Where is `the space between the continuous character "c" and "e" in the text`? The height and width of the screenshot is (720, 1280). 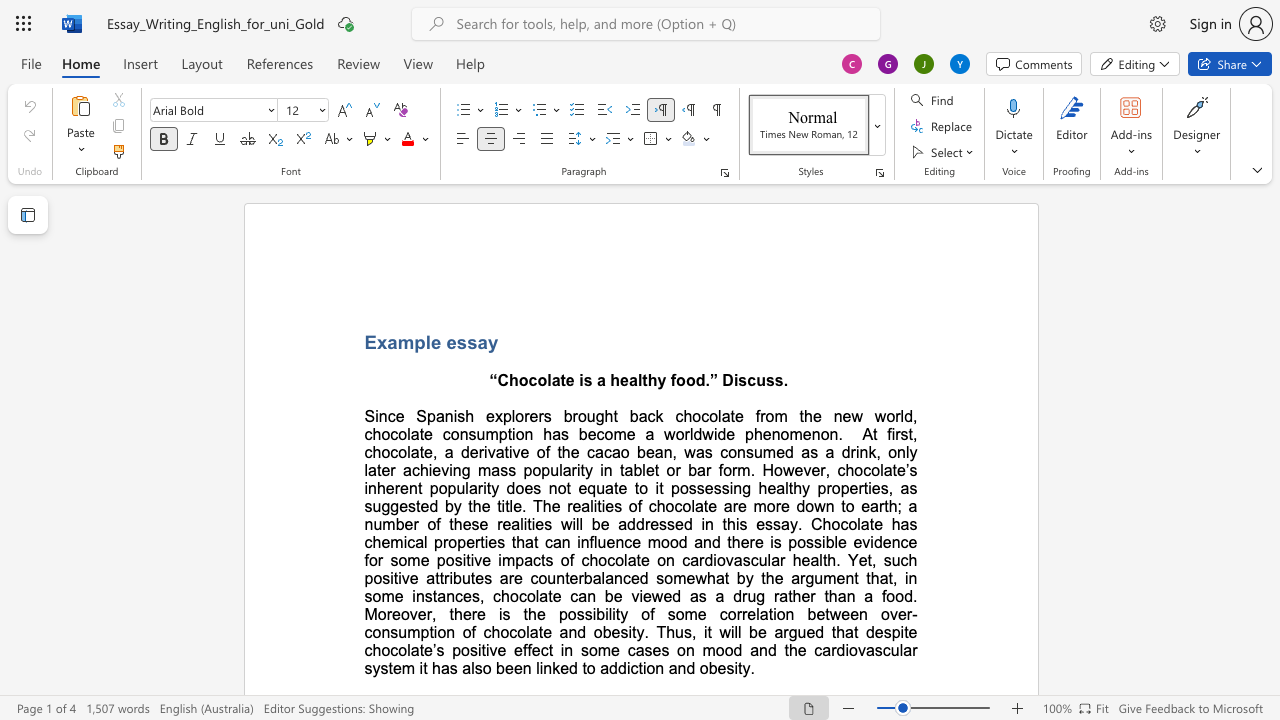 the space between the continuous character "c" and "e" in the text is located at coordinates (907, 542).